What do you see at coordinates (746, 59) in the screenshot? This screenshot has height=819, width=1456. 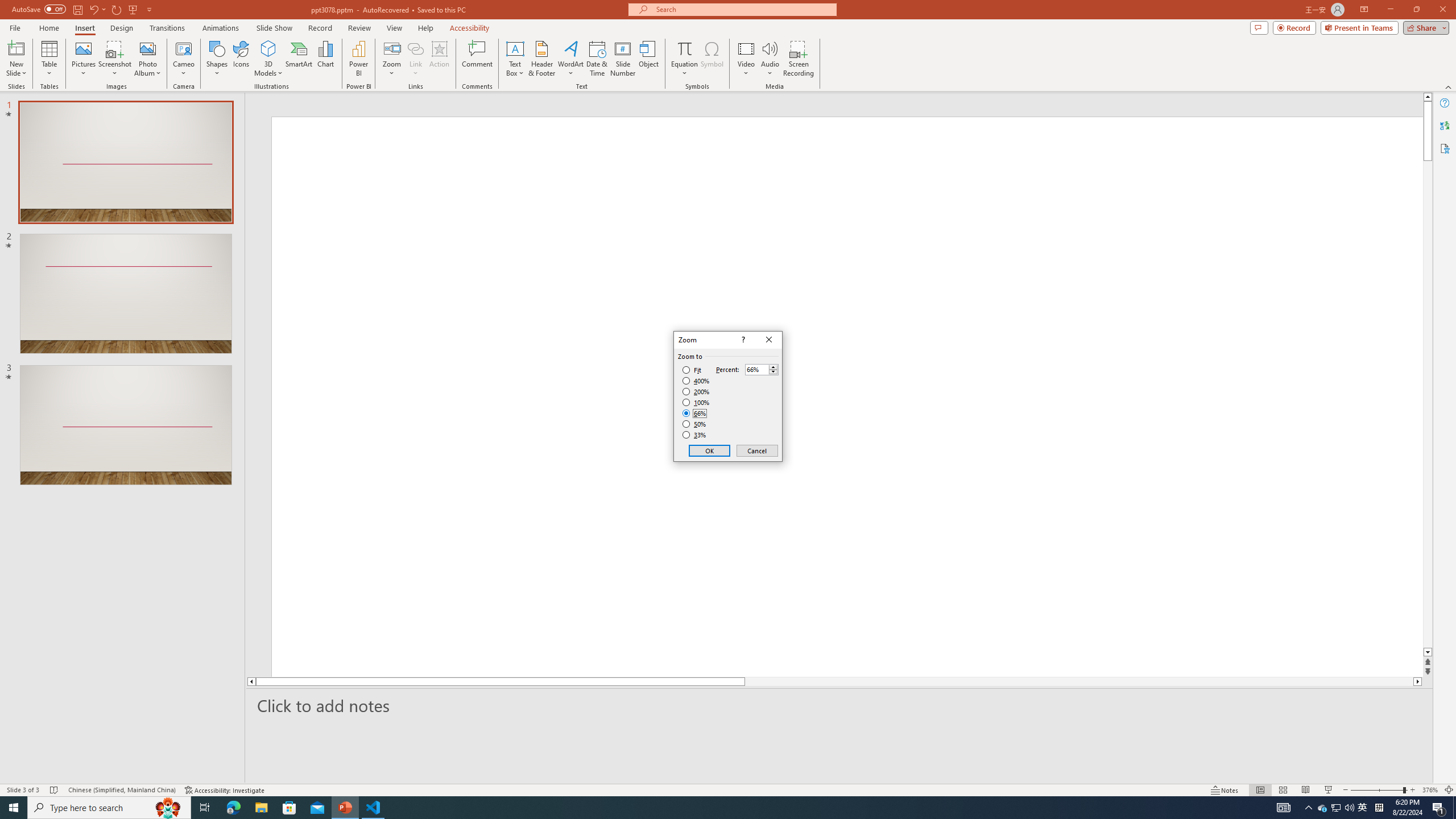 I see `'Video'` at bounding box center [746, 59].